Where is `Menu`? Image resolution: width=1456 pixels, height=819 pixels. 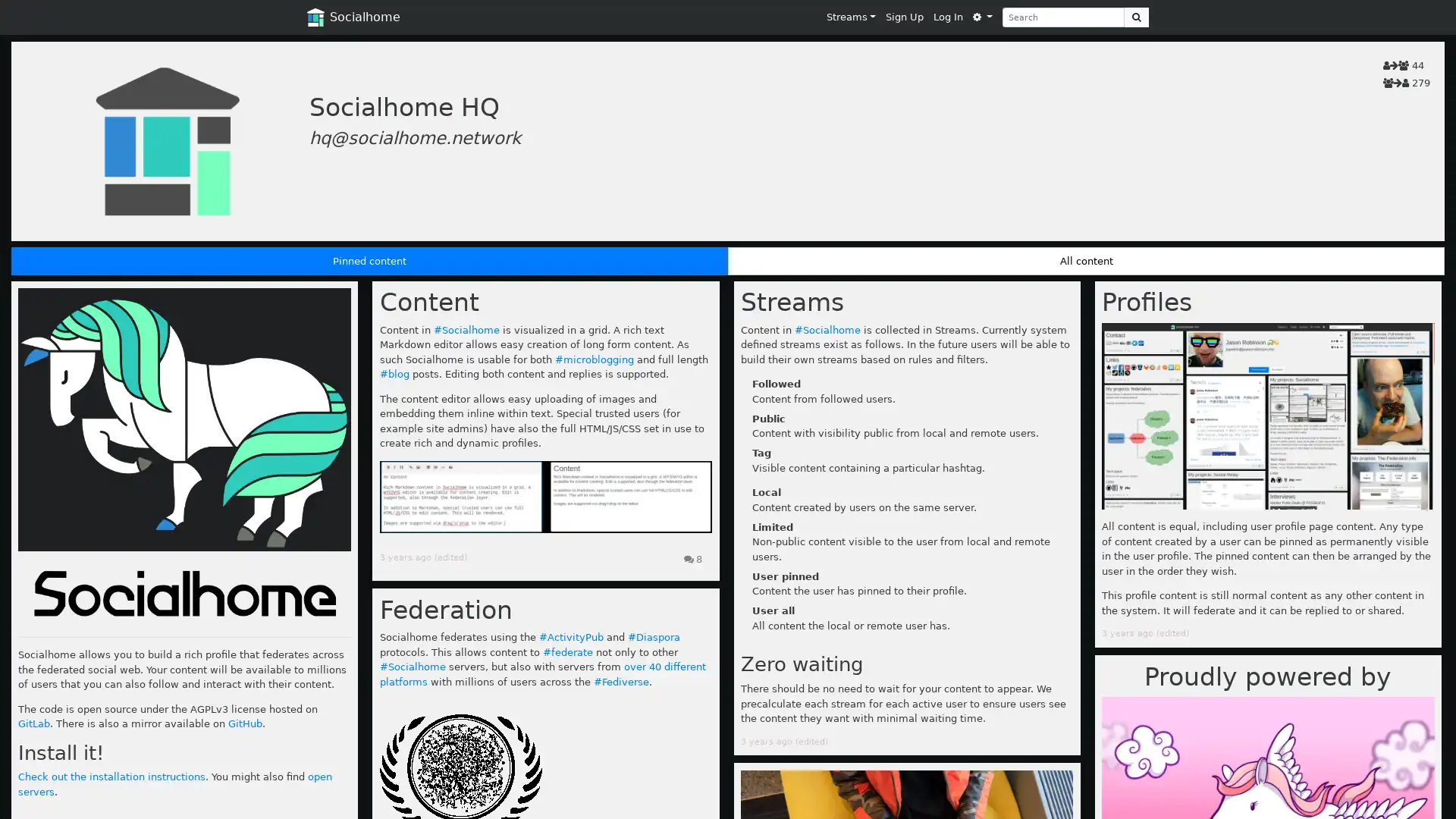
Menu is located at coordinates (982, 17).